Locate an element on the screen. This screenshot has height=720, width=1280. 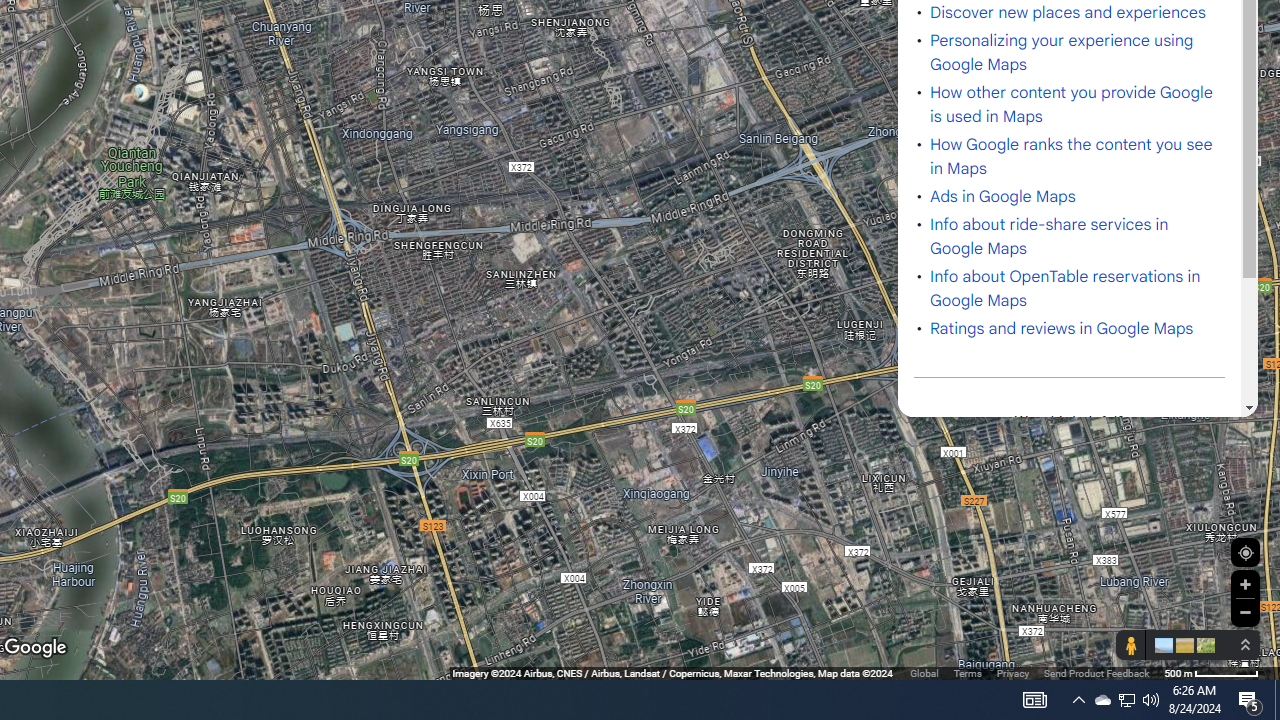
'Discover new places and experiences' is located at coordinates (1067, 12).